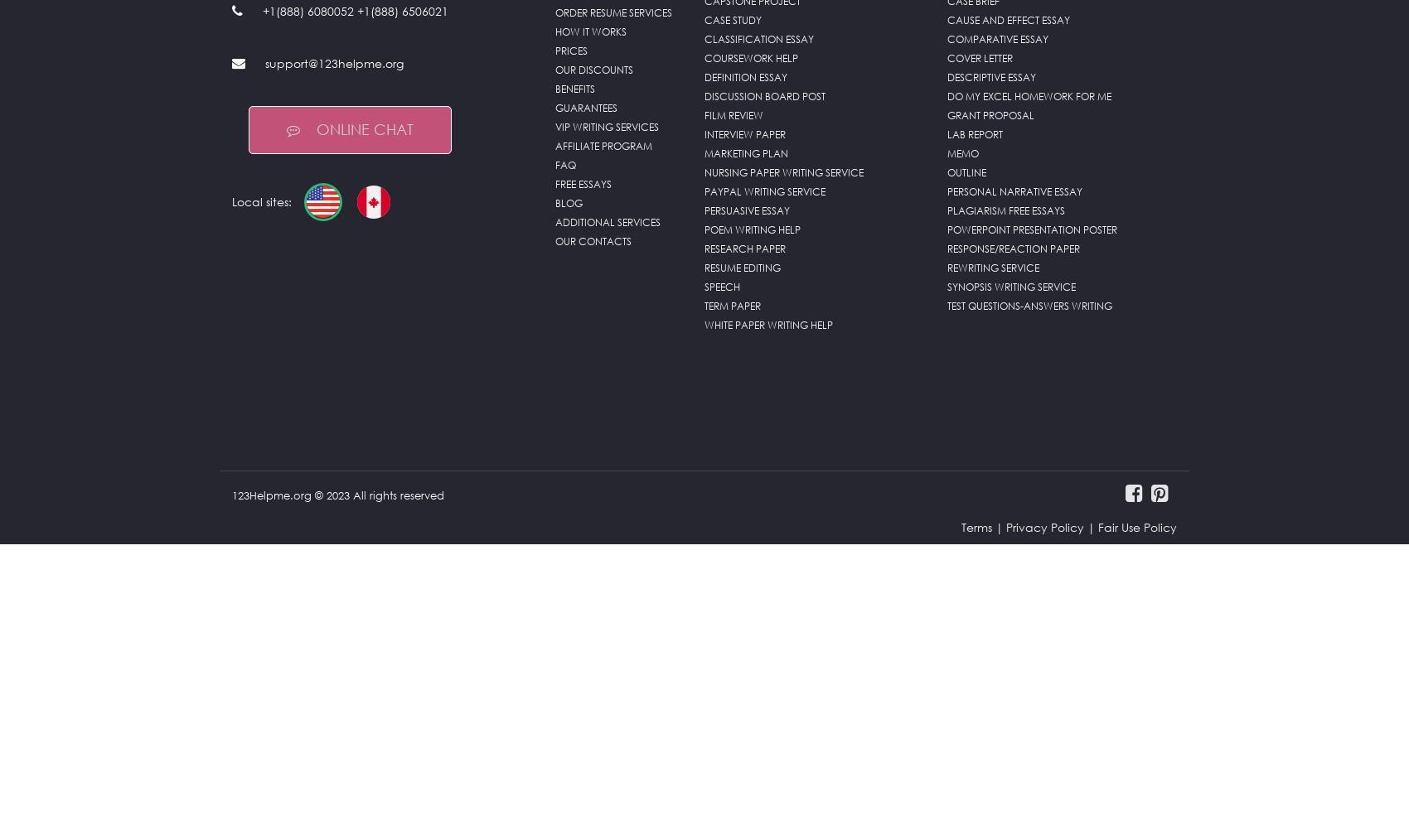  What do you see at coordinates (752, 229) in the screenshot?
I see `'Poem Writing Help'` at bounding box center [752, 229].